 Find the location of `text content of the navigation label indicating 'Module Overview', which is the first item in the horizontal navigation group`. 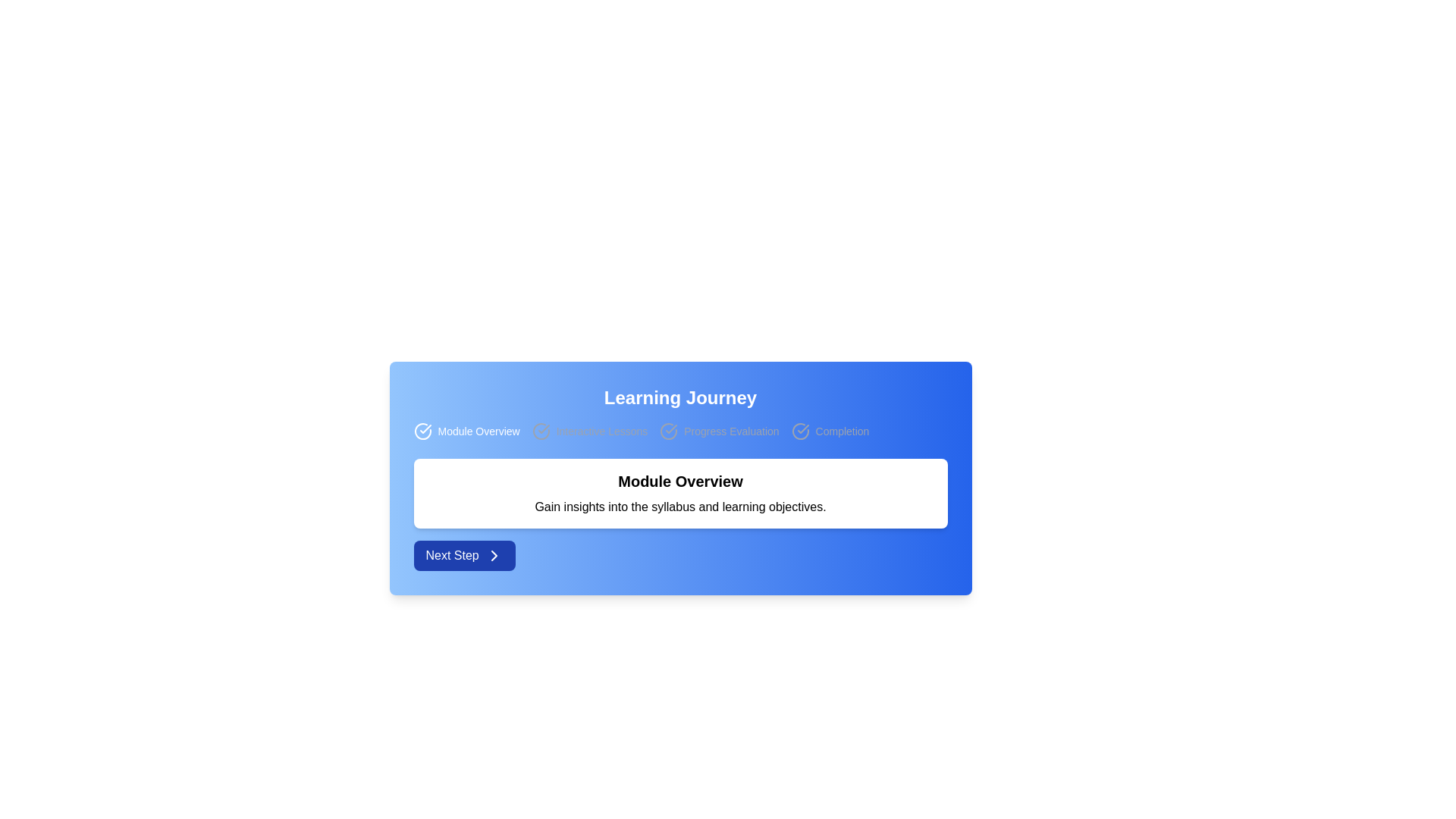

text content of the navigation label indicating 'Module Overview', which is the first item in the horizontal navigation group is located at coordinates (466, 431).